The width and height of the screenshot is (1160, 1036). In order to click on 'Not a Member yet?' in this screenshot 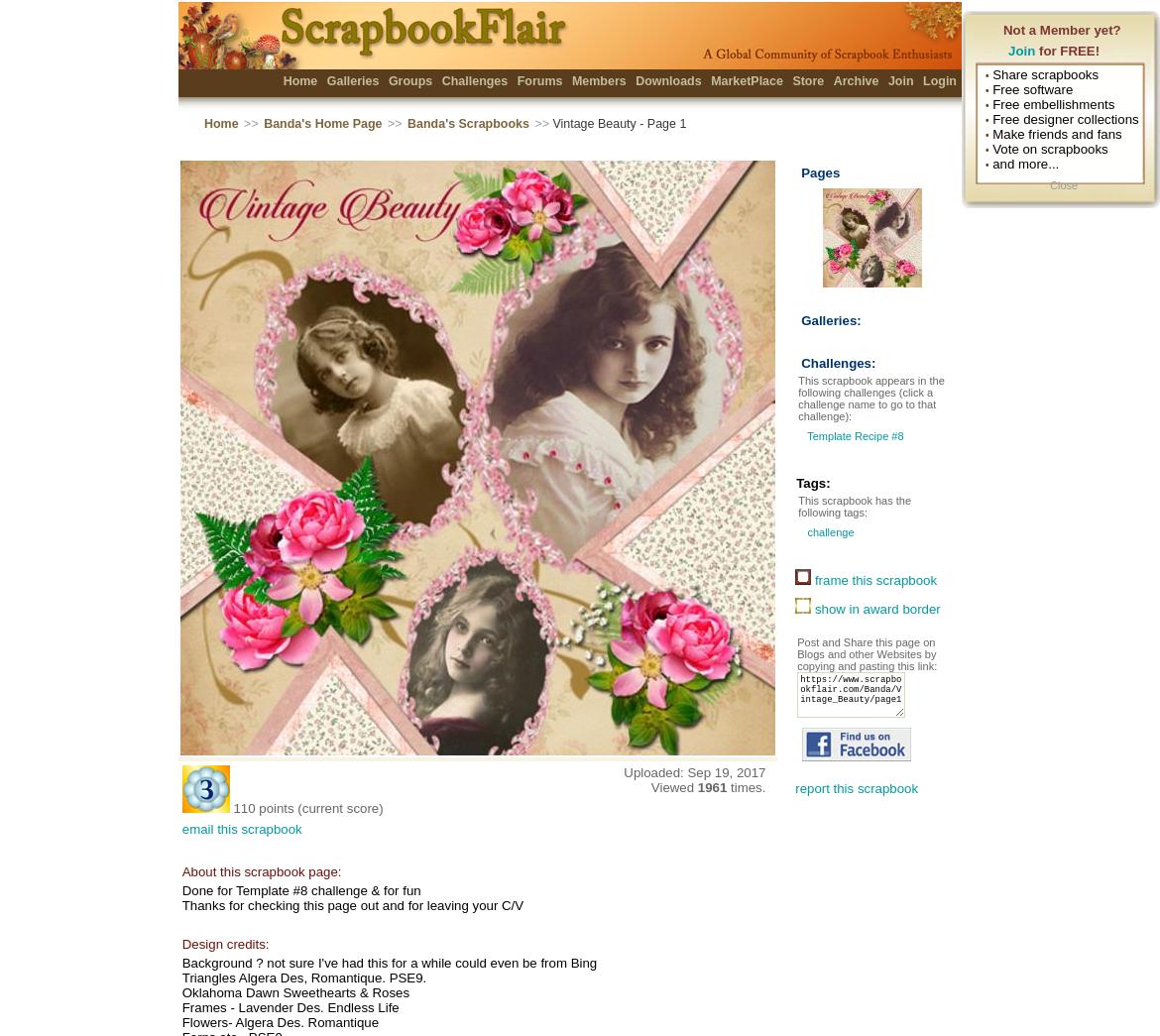, I will do `click(1062, 29)`.